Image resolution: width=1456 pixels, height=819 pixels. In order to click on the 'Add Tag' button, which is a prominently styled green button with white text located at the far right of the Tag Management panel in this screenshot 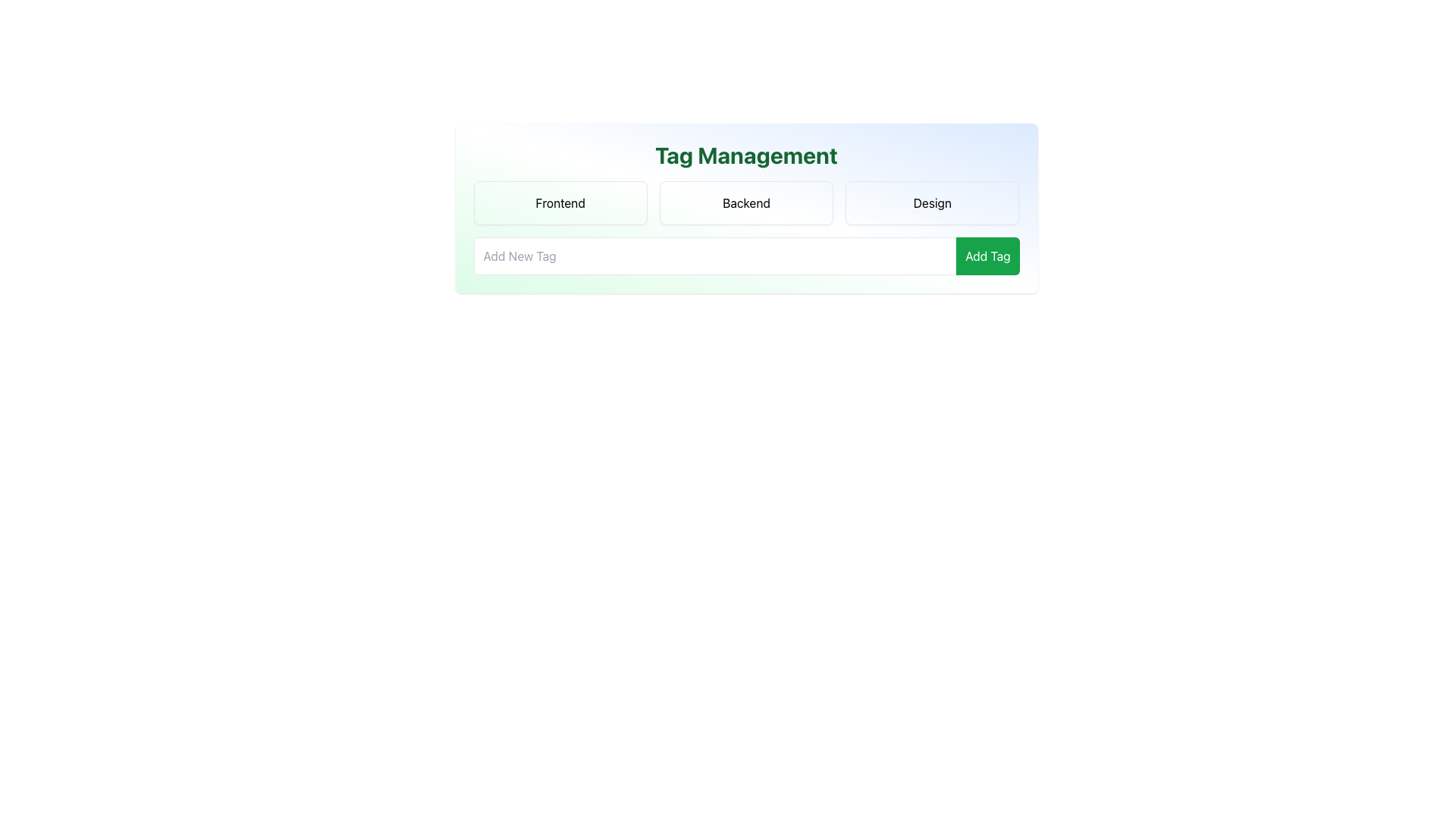, I will do `click(987, 256)`.